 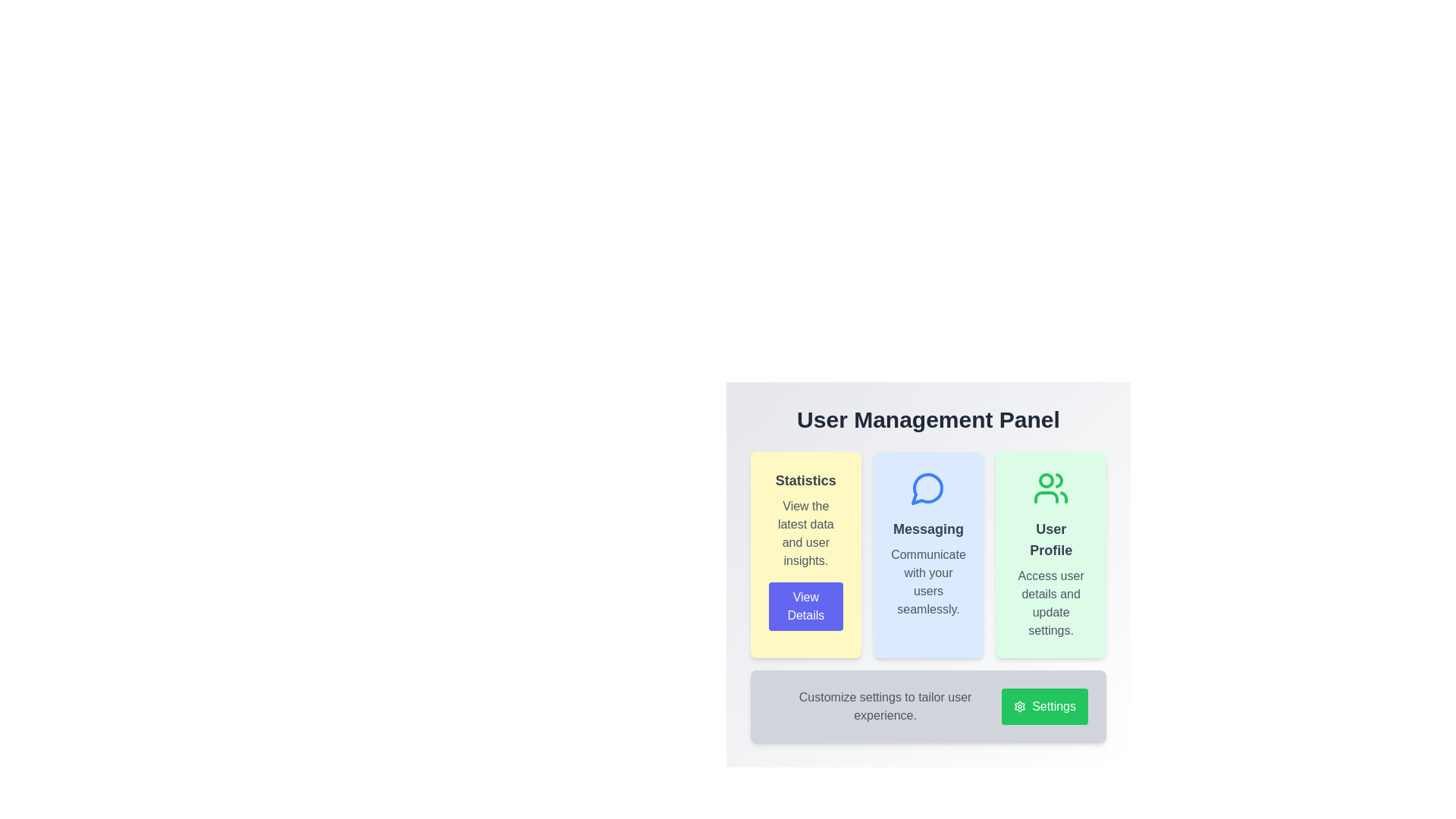 I want to click on the text label that reads 'Communicate with your users seamlessly.' located beneath the 'Messaging' heading within the 'Messaging' card, so click(x=927, y=581).